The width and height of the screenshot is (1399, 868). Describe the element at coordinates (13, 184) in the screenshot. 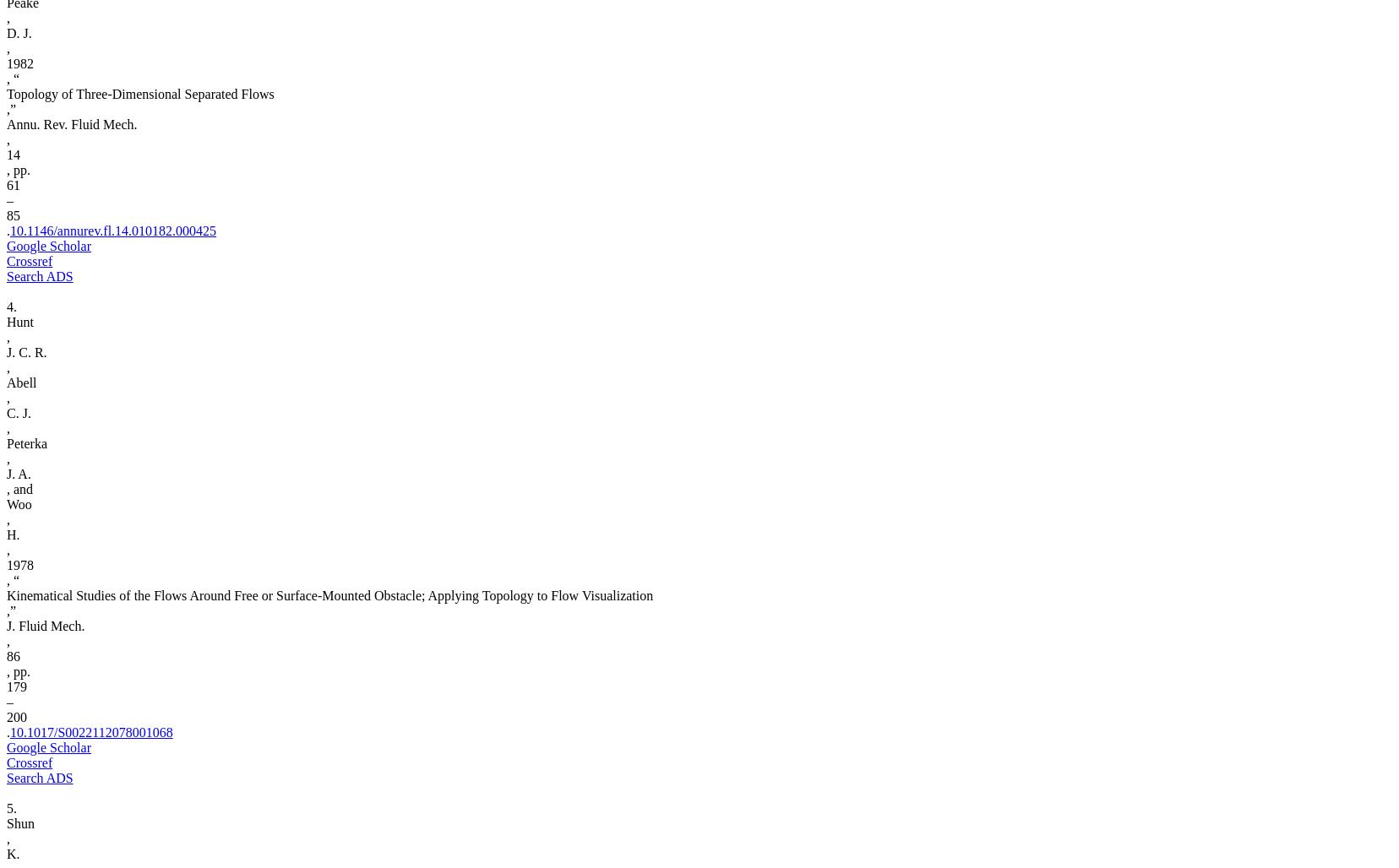

I see `'61'` at that location.